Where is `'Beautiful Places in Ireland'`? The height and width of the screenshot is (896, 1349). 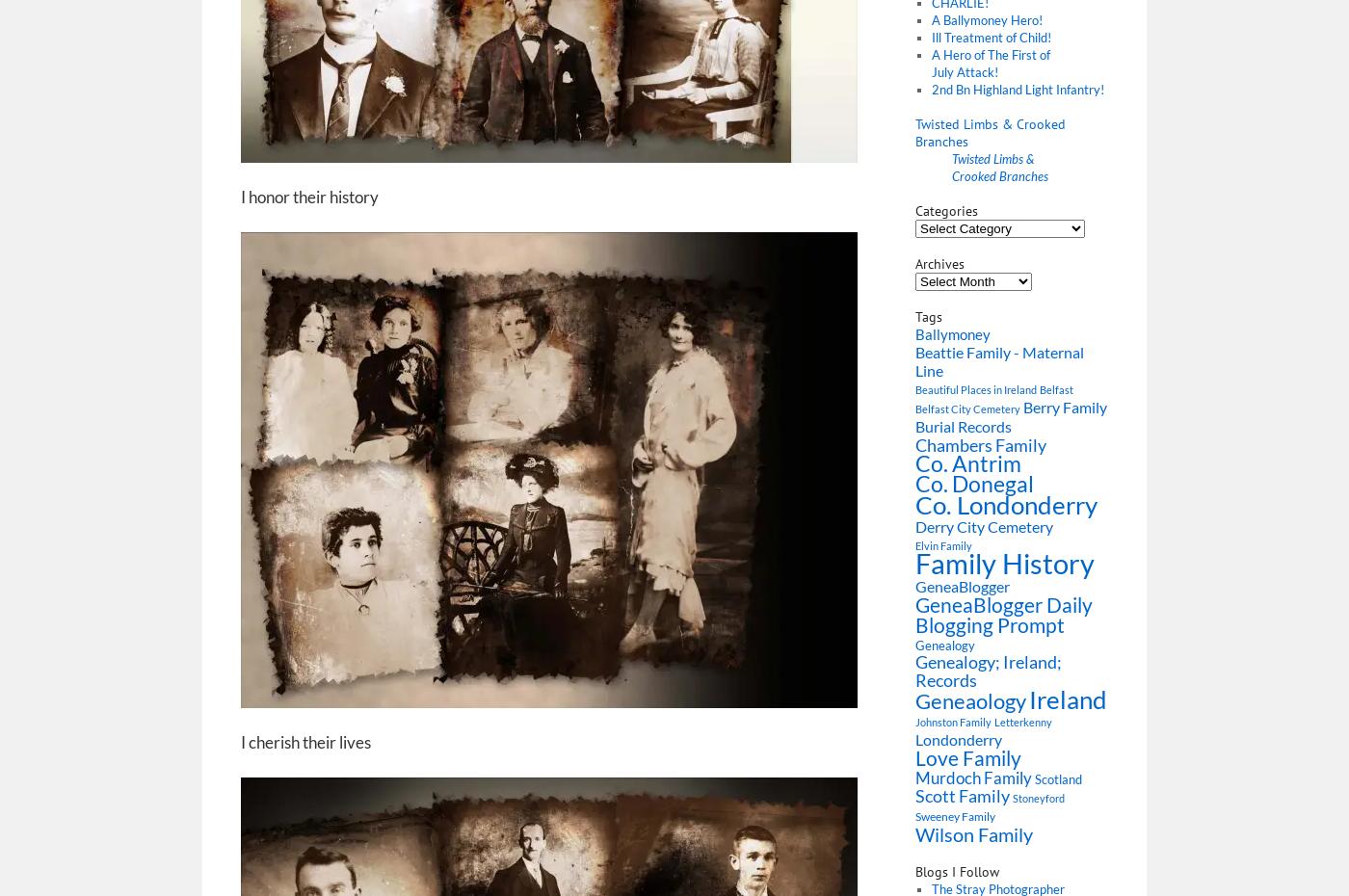 'Beautiful Places in Ireland' is located at coordinates (976, 389).